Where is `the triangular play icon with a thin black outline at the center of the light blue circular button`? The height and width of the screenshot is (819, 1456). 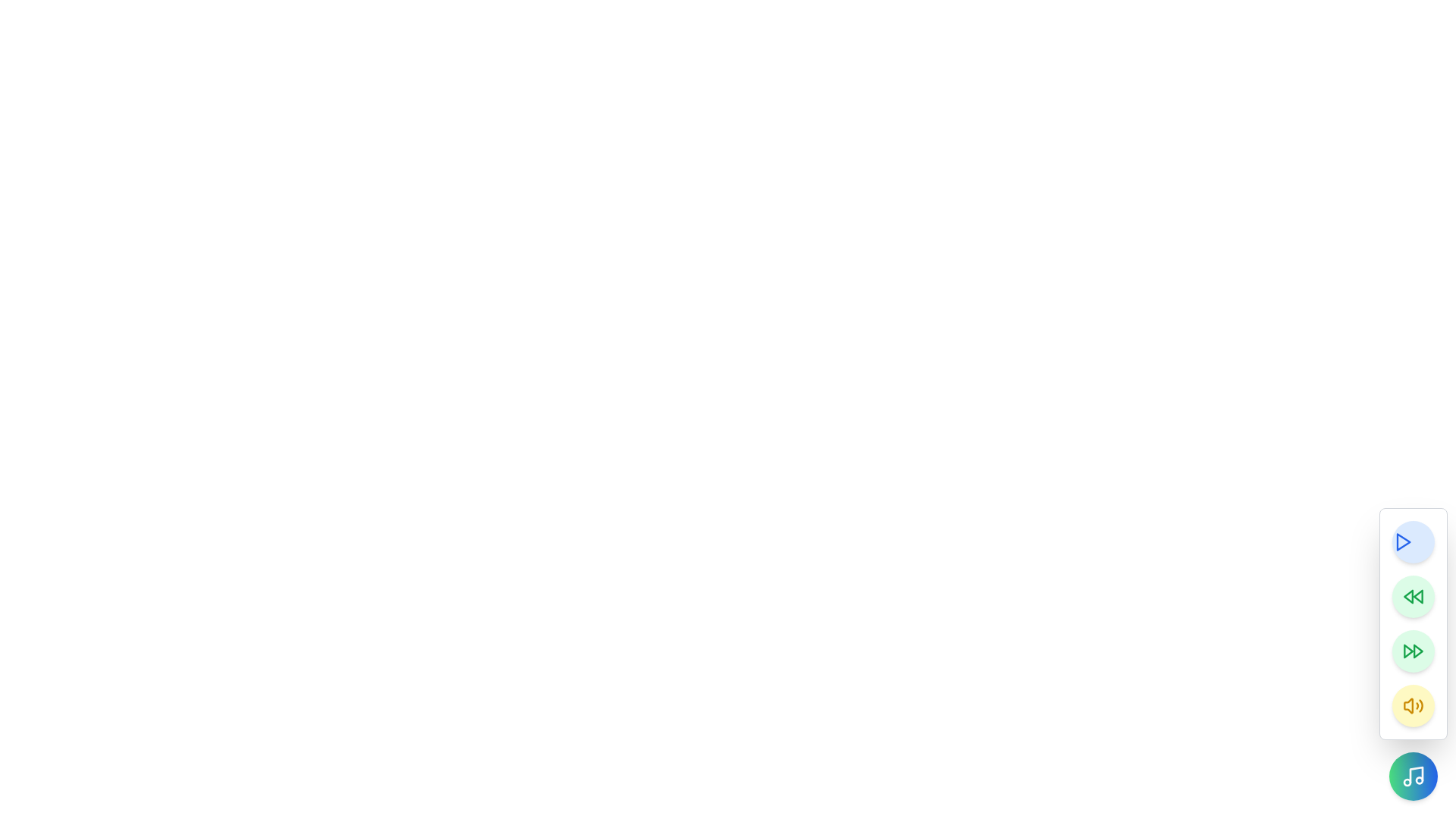 the triangular play icon with a thin black outline at the center of the light blue circular button is located at coordinates (1401, 541).